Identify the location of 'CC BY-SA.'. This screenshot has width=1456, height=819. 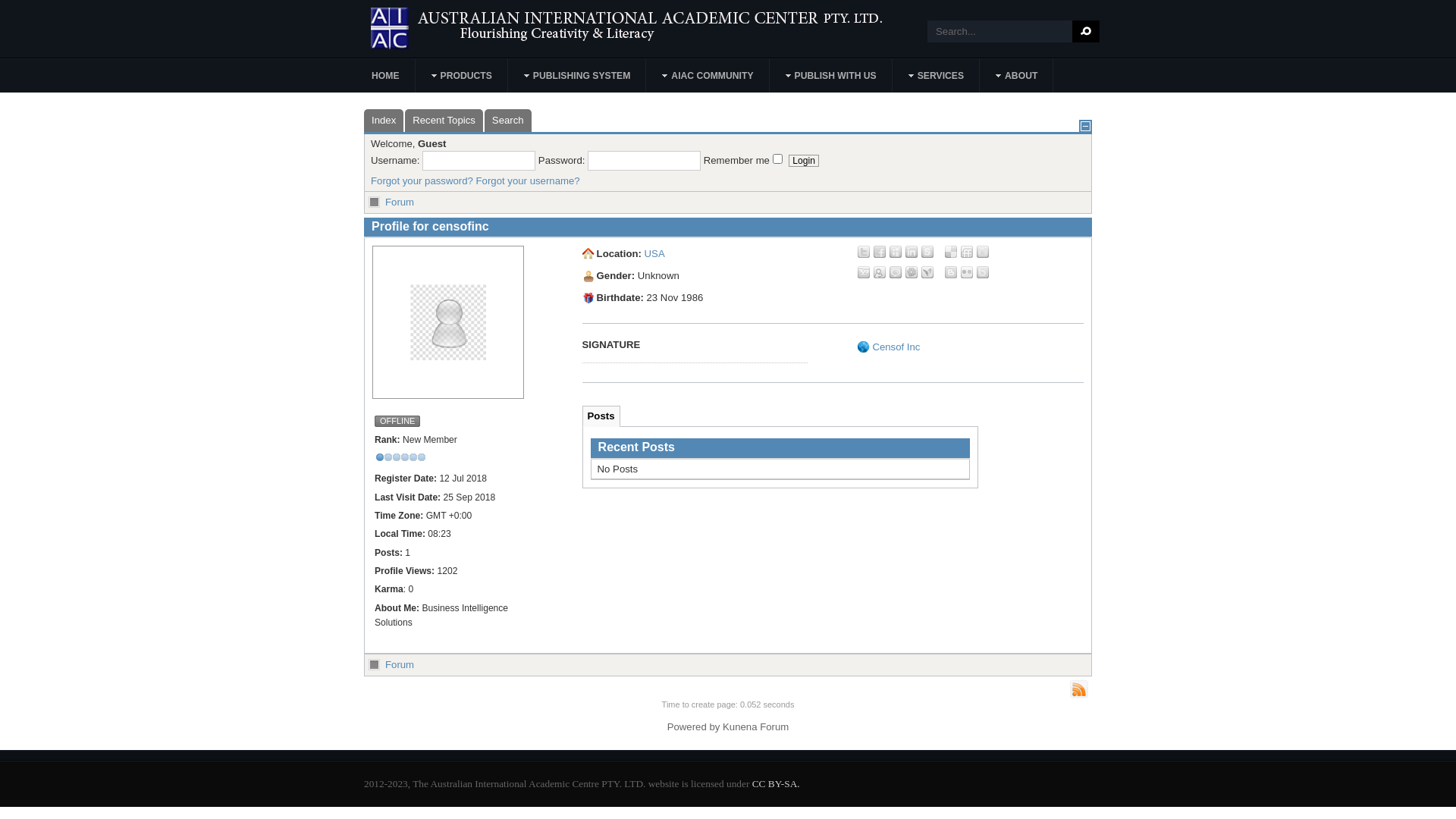
(776, 783).